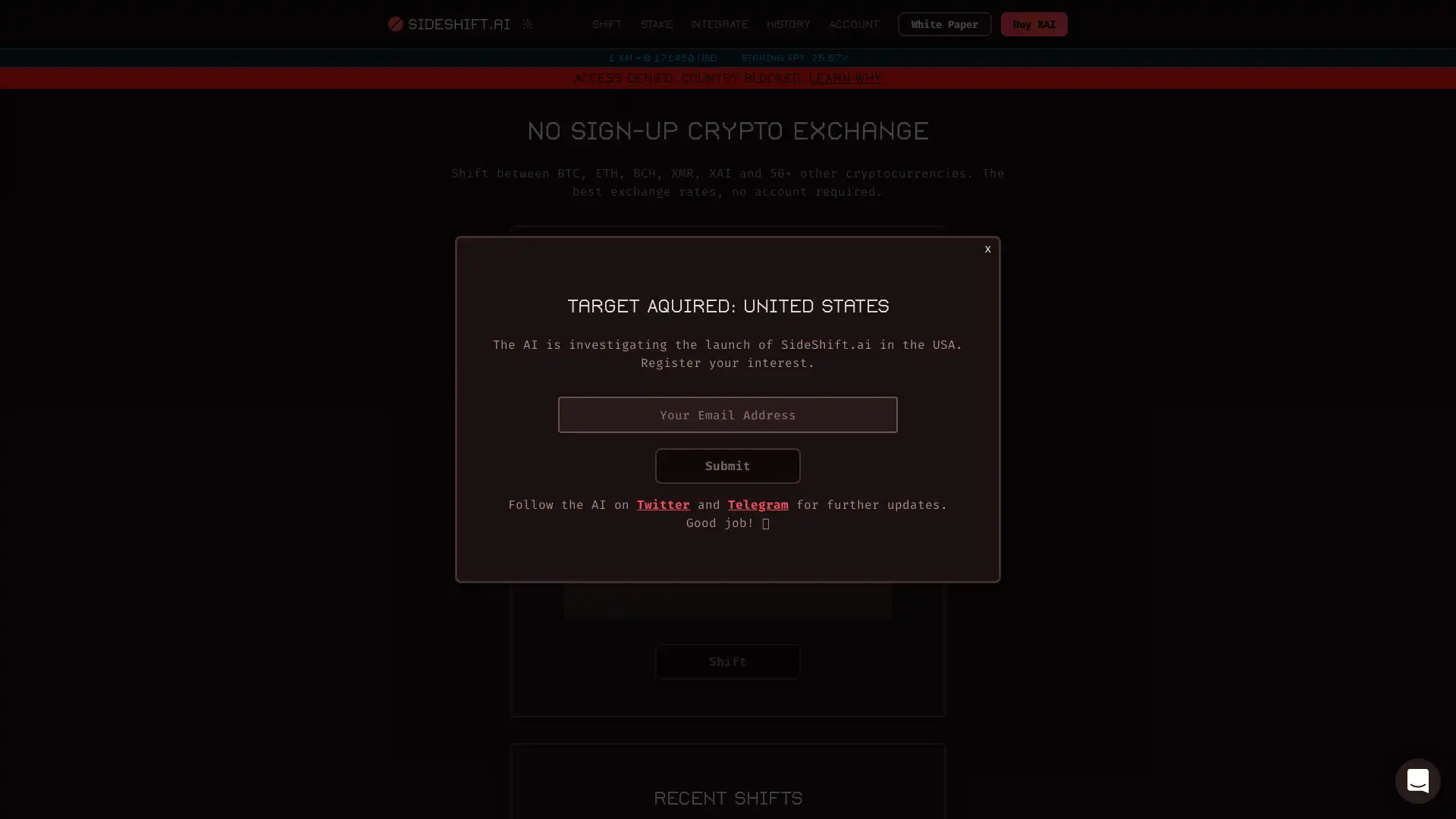 The height and width of the screenshot is (819, 1456). Describe the element at coordinates (667, 278) in the screenshot. I see `Switch to variable rate` at that location.